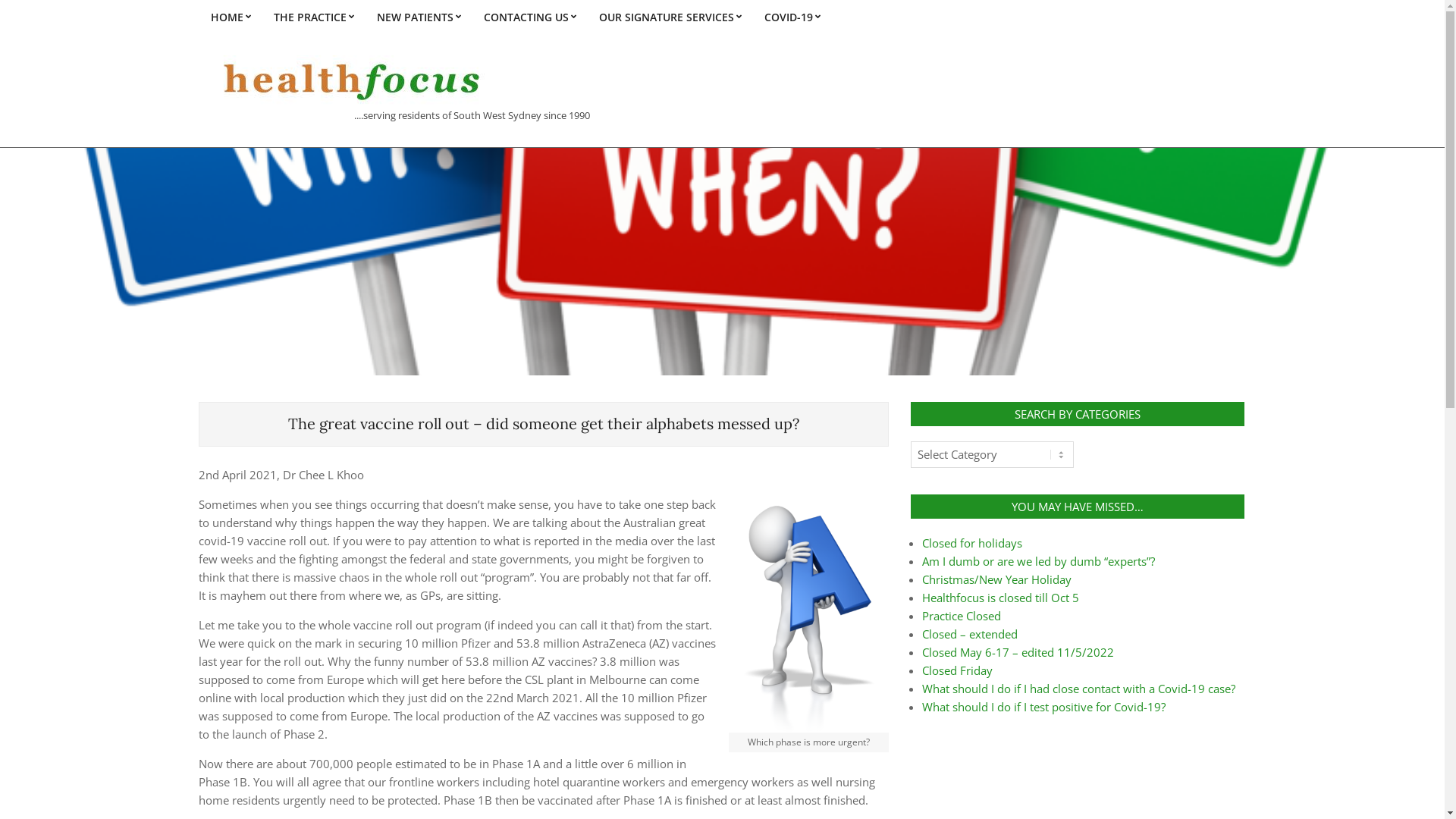 The height and width of the screenshot is (819, 1456). Describe the element at coordinates (971, 542) in the screenshot. I see `'Closed for holidays'` at that location.